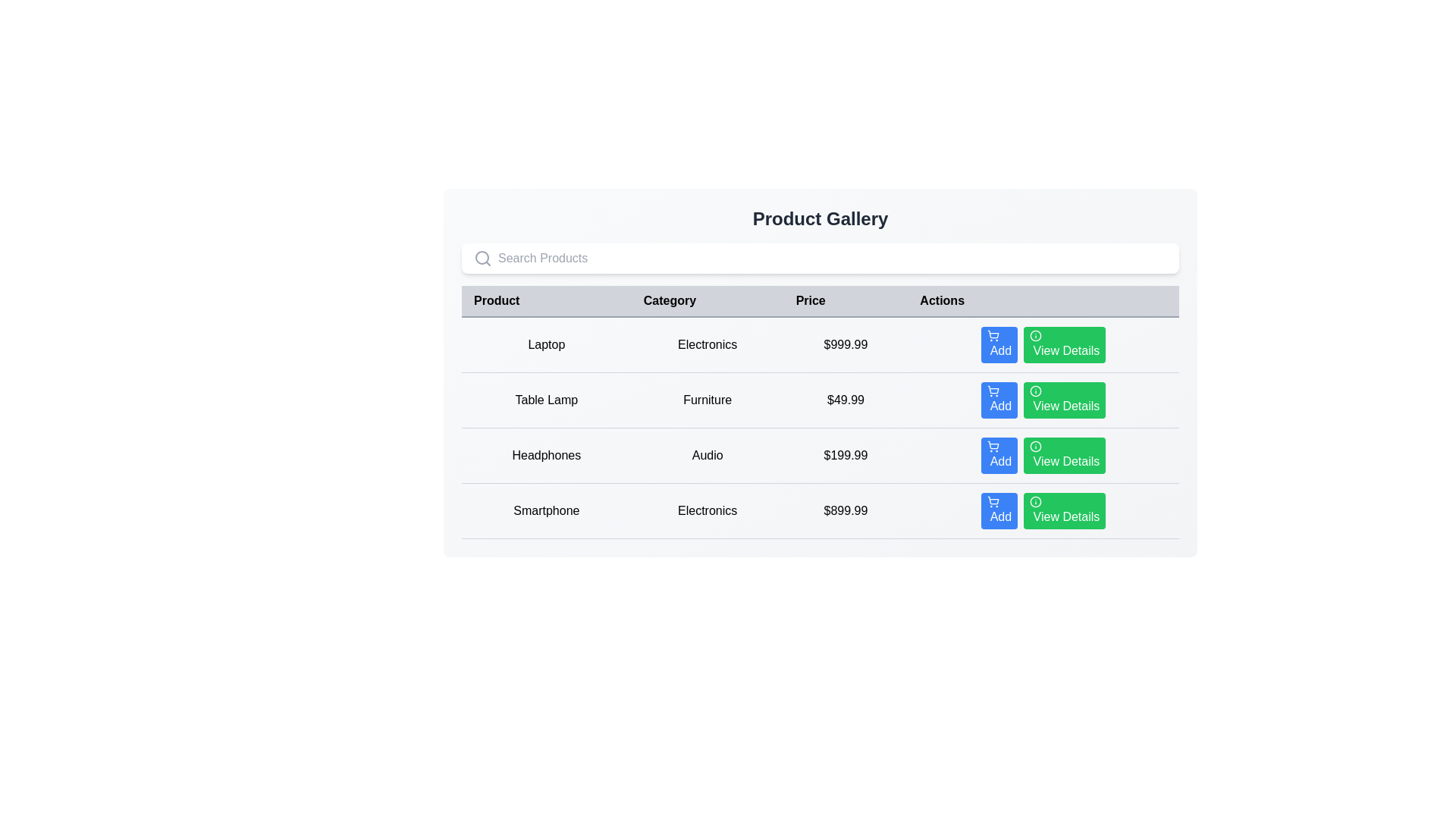 The width and height of the screenshot is (1456, 819). Describe the element at coordinates (1035, 391) in the screenshot. I see `the informative SVG icon located within the 'View Details' button of the 'Actions' column in the second row of the product table, corresponding to the 'Table Lamp' product` at that location.